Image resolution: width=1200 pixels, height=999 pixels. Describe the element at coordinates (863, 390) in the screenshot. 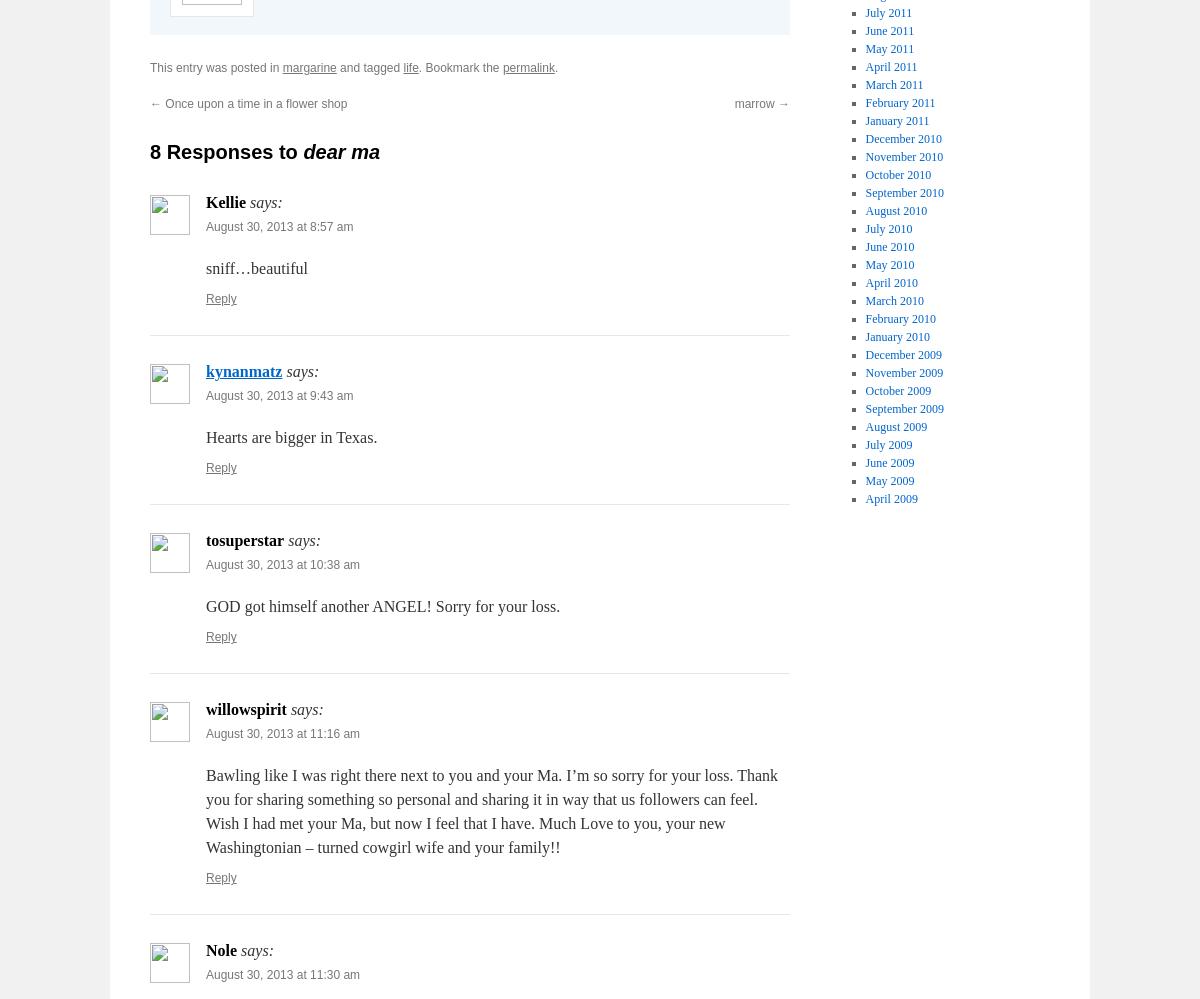

I see `'October 2009'` at that location.